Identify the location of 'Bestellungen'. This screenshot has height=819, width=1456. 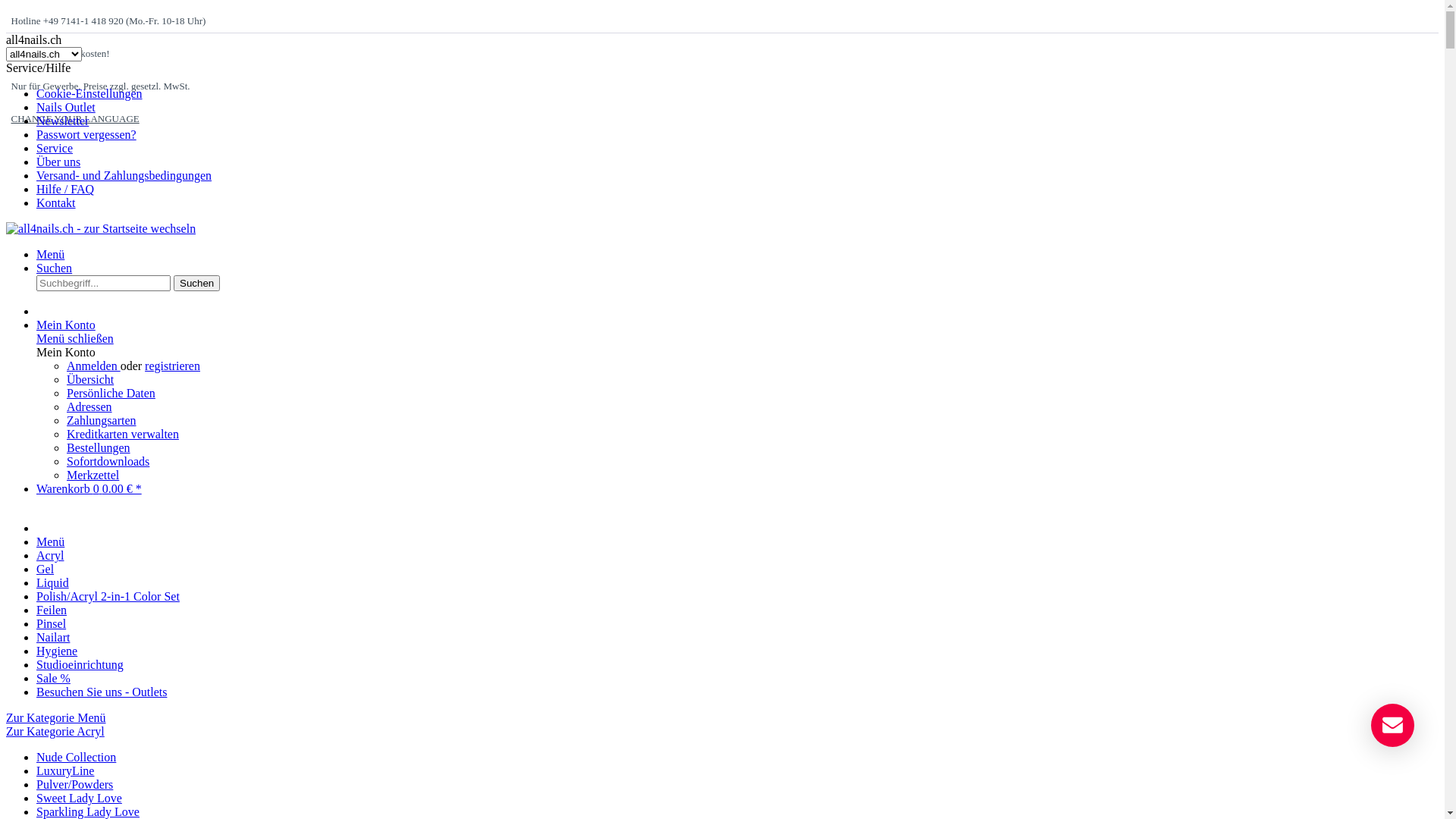
(97, 447).